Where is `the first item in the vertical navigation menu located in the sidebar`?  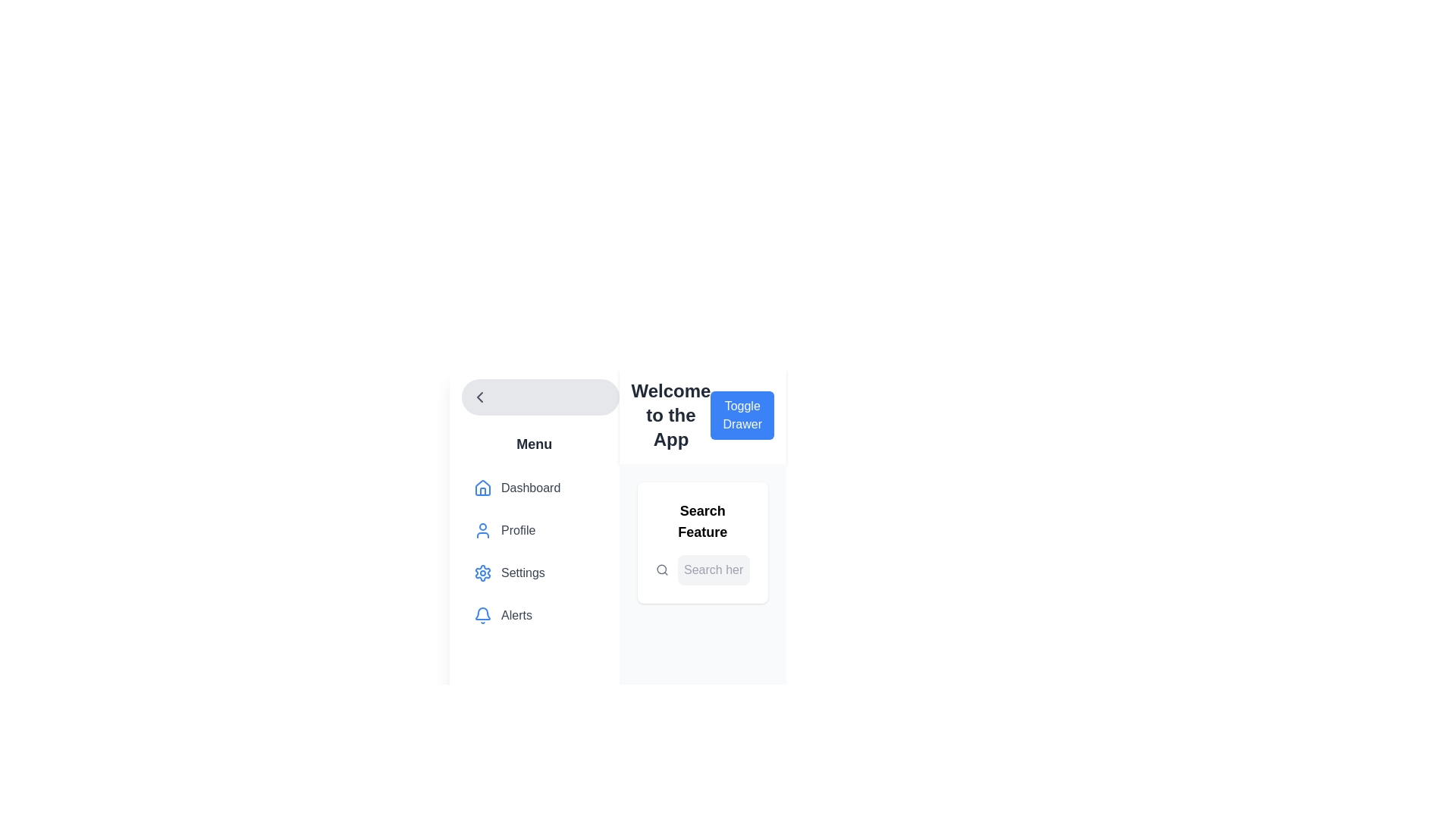
the first item in the vertical navigation menu located in the sidebar is located at coordinates (534, 488).